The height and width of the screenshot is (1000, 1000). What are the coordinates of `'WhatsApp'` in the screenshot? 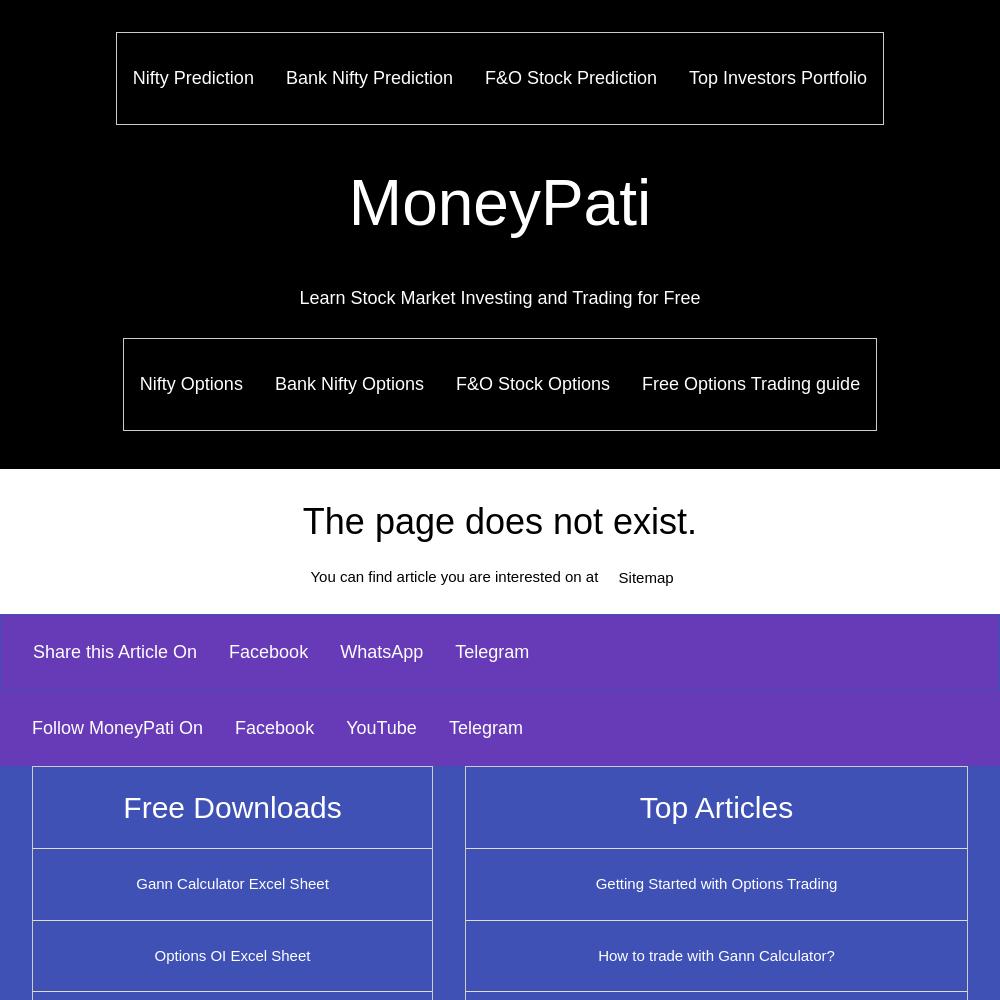 It's located at (339, 651).